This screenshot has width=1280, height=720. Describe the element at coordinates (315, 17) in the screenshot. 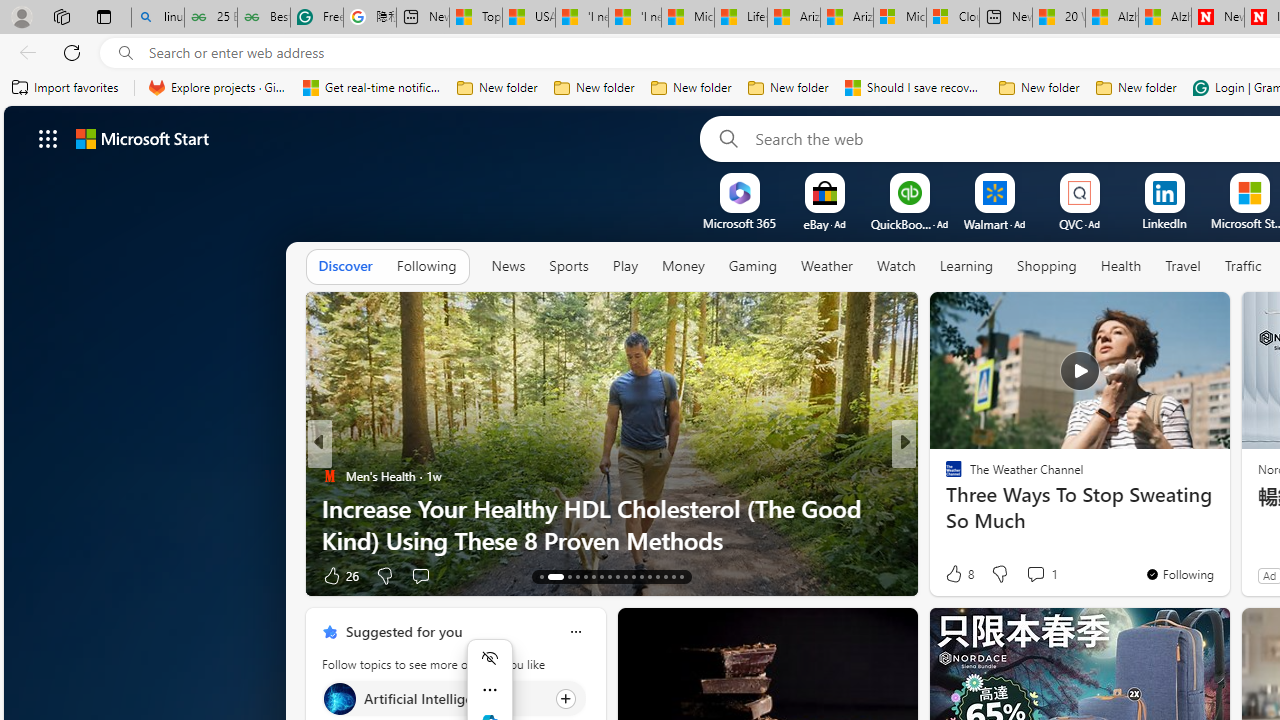

I see `'Free AI Writing Assistance for Students | Grammarly'` at that location.